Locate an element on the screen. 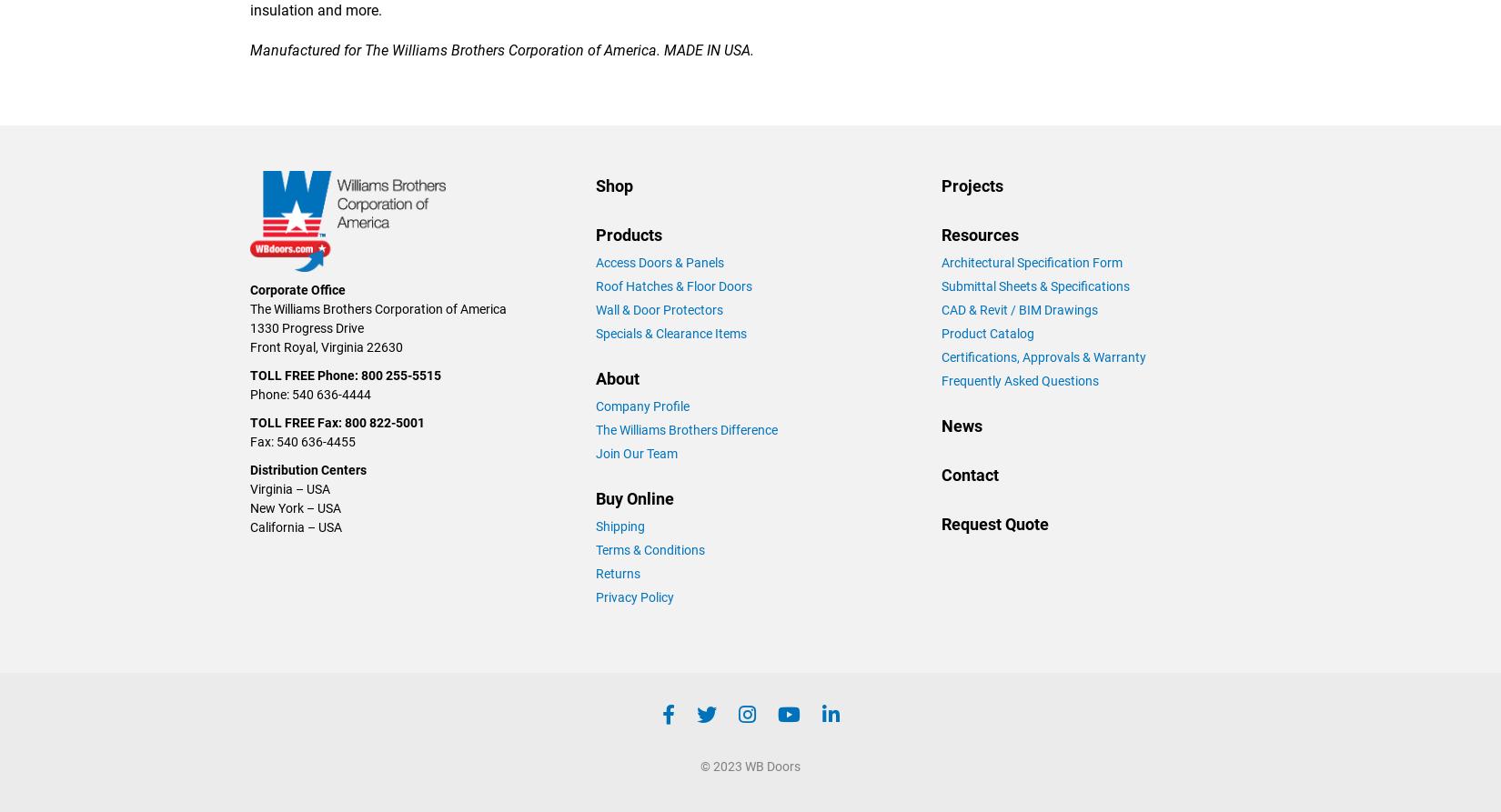 This screenshot has width=1501, height=812. 'Manufactured for The Williams Brothers Corporation of America. MADE IN USA.' is located at coordinates (500, 49).